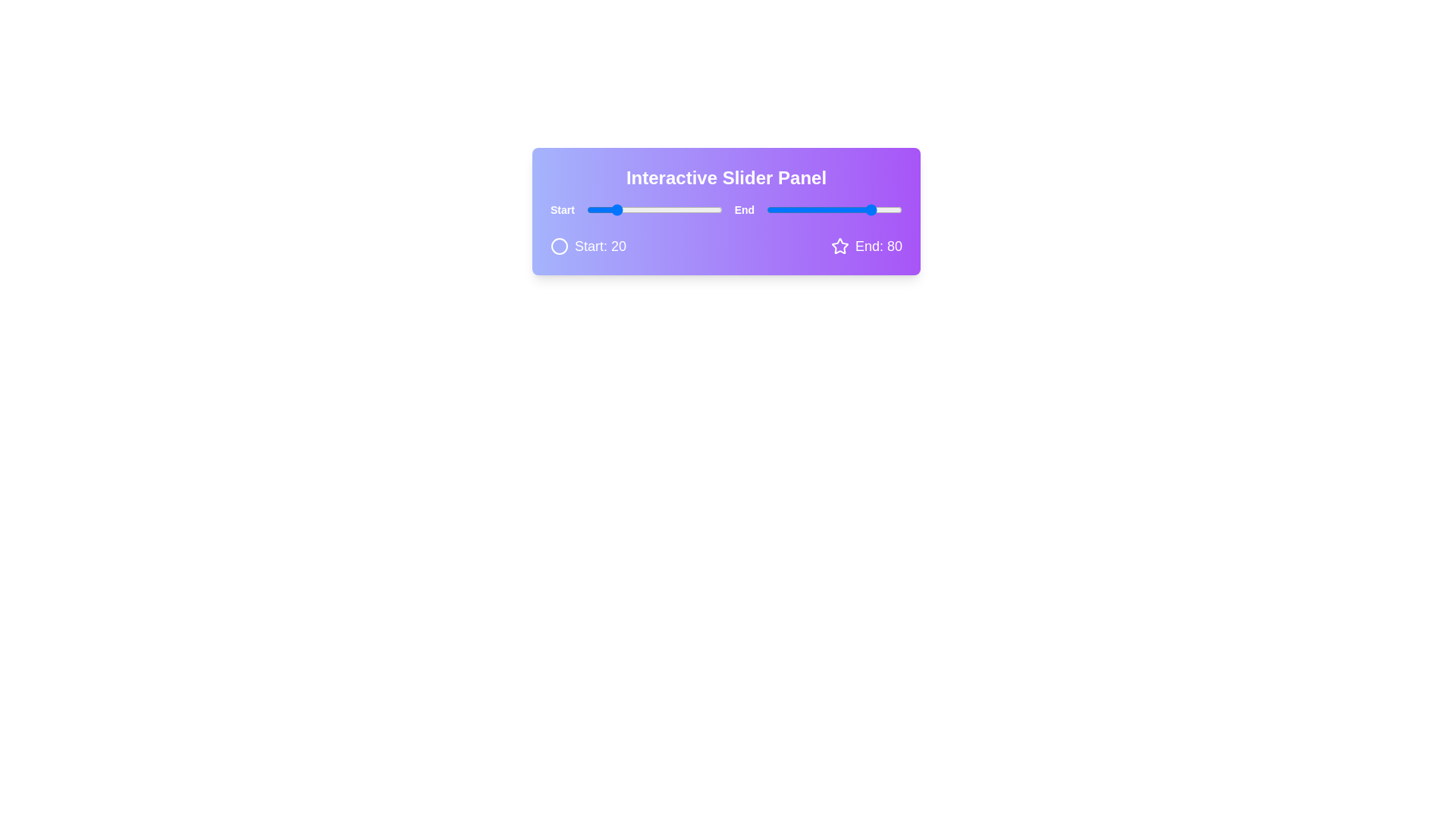 This screenshot has height=819, width=1456. I want to click on the start slider, so click(679, 210).